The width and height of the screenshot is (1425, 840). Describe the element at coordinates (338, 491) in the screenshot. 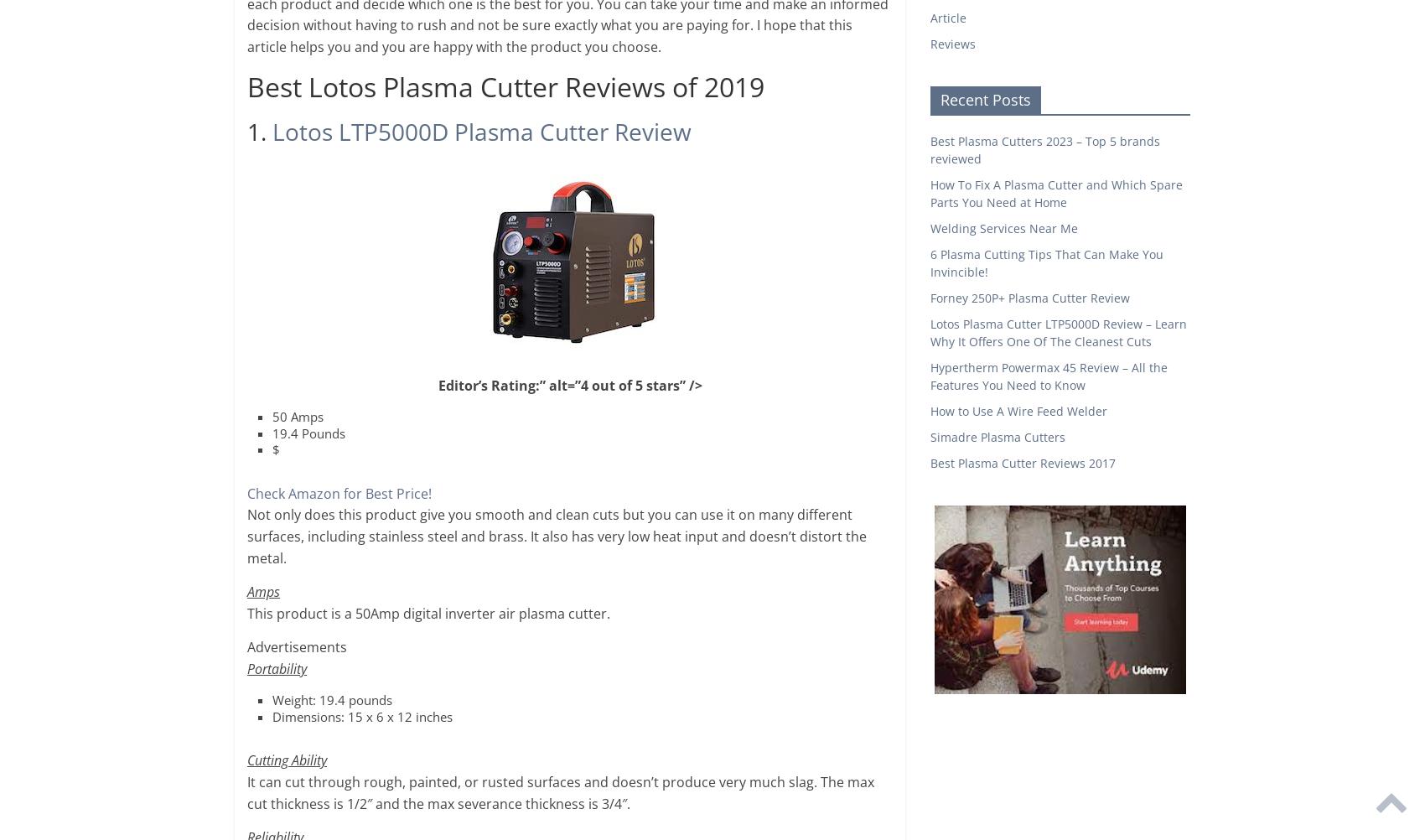

I see `'Check Amazon for Best Price!'` at that location.